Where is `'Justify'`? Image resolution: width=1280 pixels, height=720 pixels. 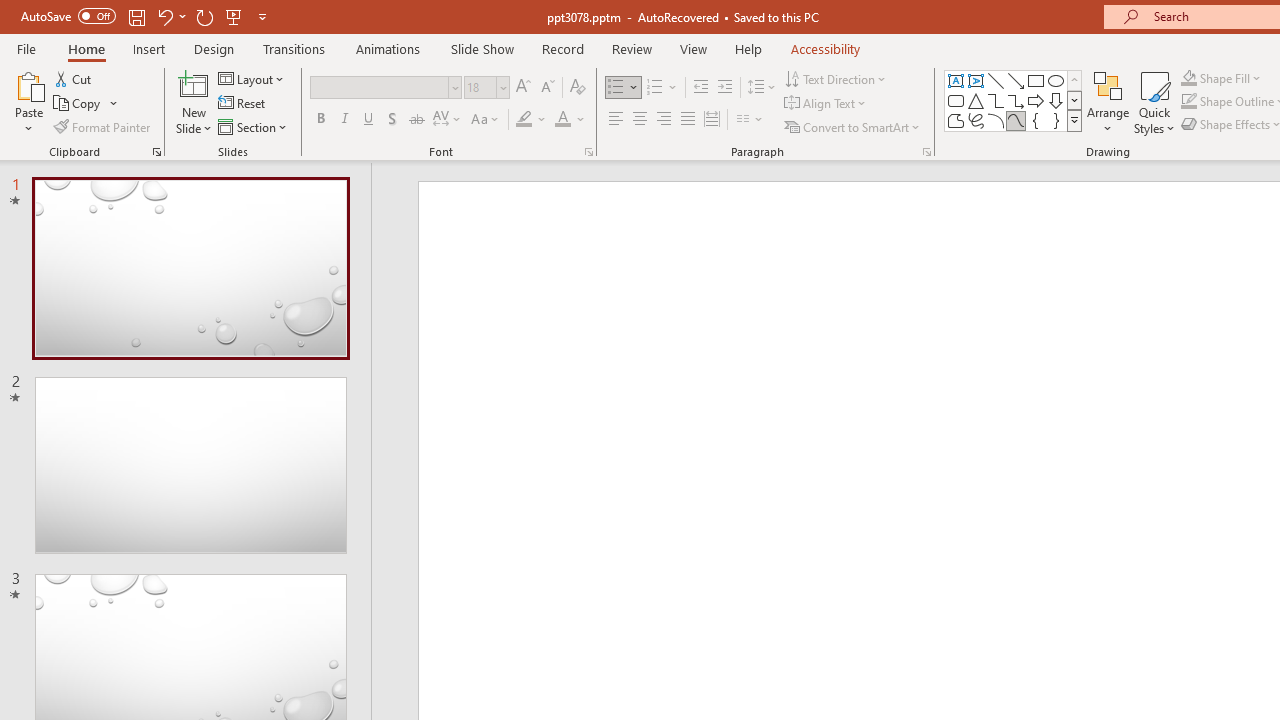
'Justify' is located at coordinates (688, 119).